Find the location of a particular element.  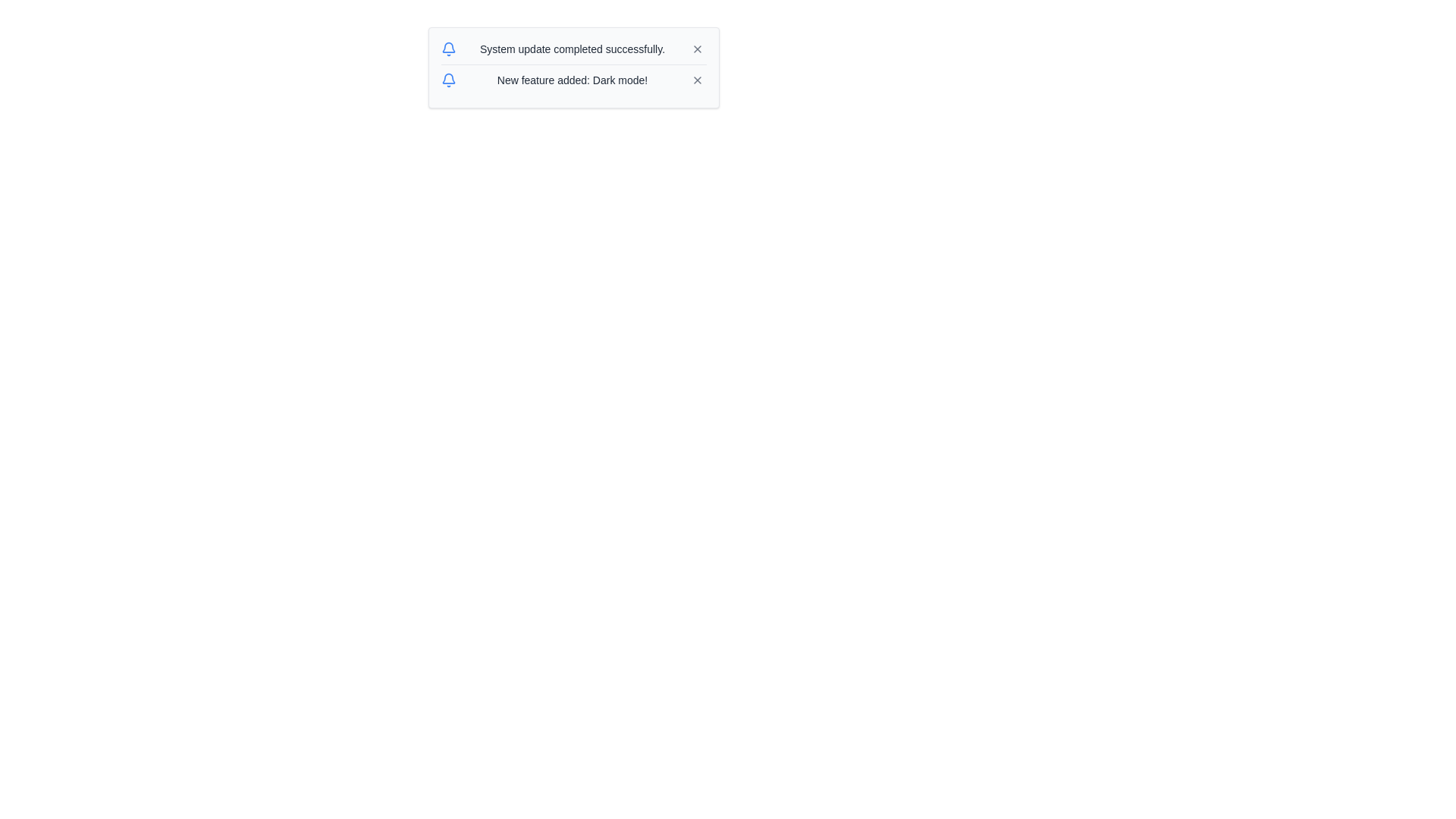

the bell icon located on the left side of the text 'New feature added: Dark mode!' in the second notification entry to acknowledge the notification is located at coordinates (447, 80).